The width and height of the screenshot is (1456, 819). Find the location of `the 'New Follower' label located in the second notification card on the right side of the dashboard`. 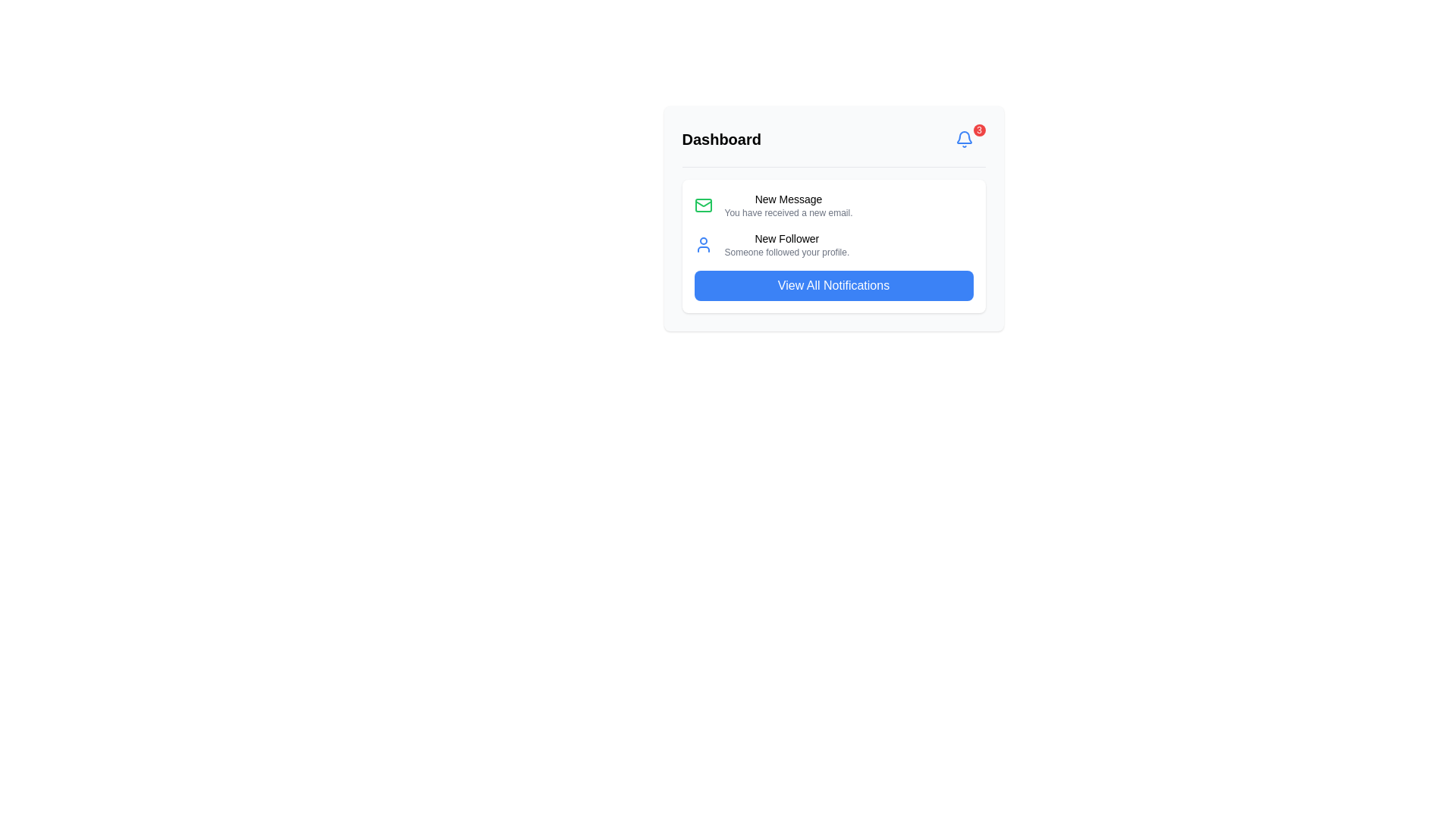

the 'New Follower' label located in the second notification card on the right side of the dashboard is located at coordinates (786, 239).